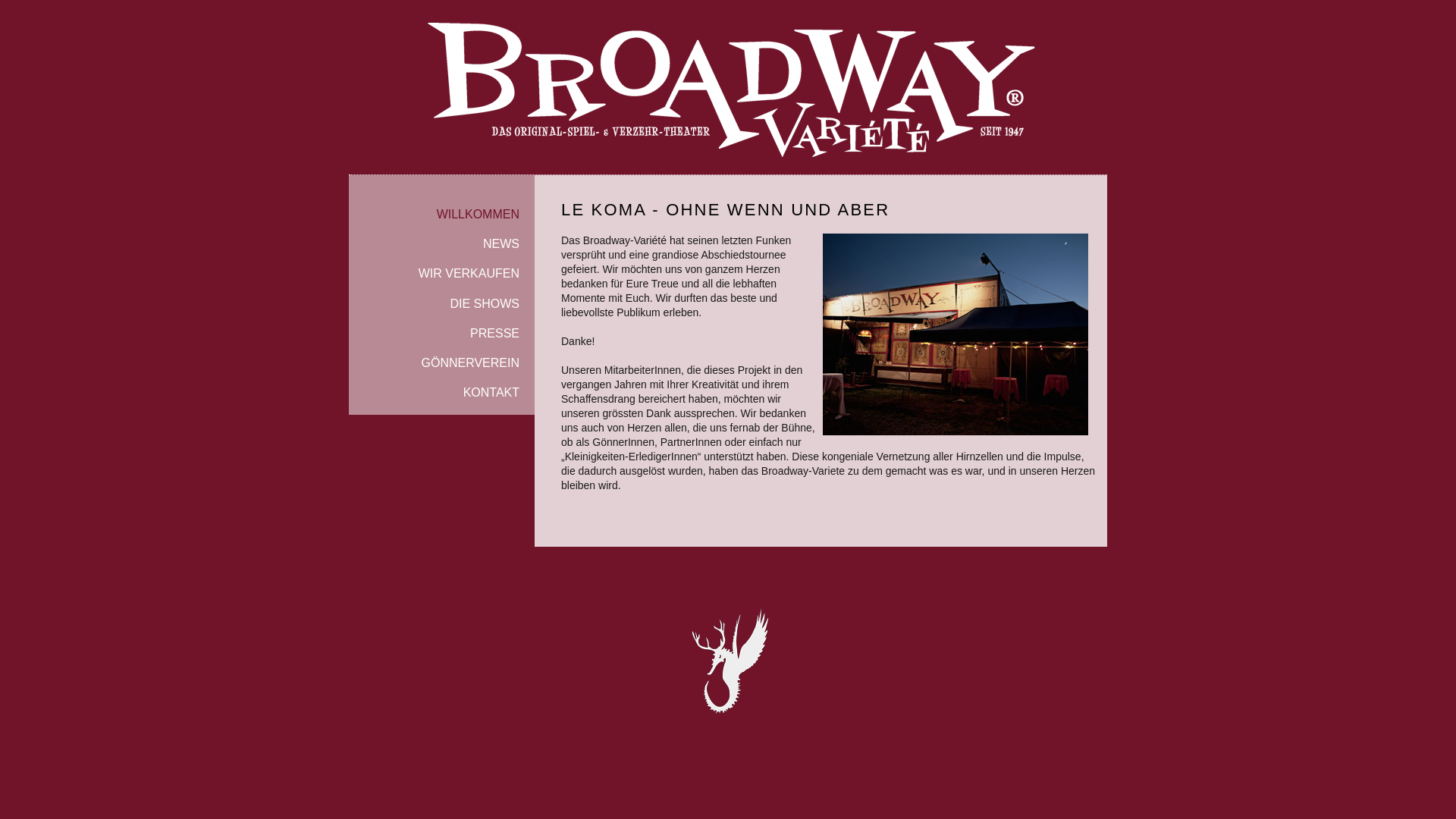 This screenshot has width=1456, height=819. Describe the element at coordinates (348, 268) in the screenshot. I see `'WIR VERKAUFEN'` at that location.